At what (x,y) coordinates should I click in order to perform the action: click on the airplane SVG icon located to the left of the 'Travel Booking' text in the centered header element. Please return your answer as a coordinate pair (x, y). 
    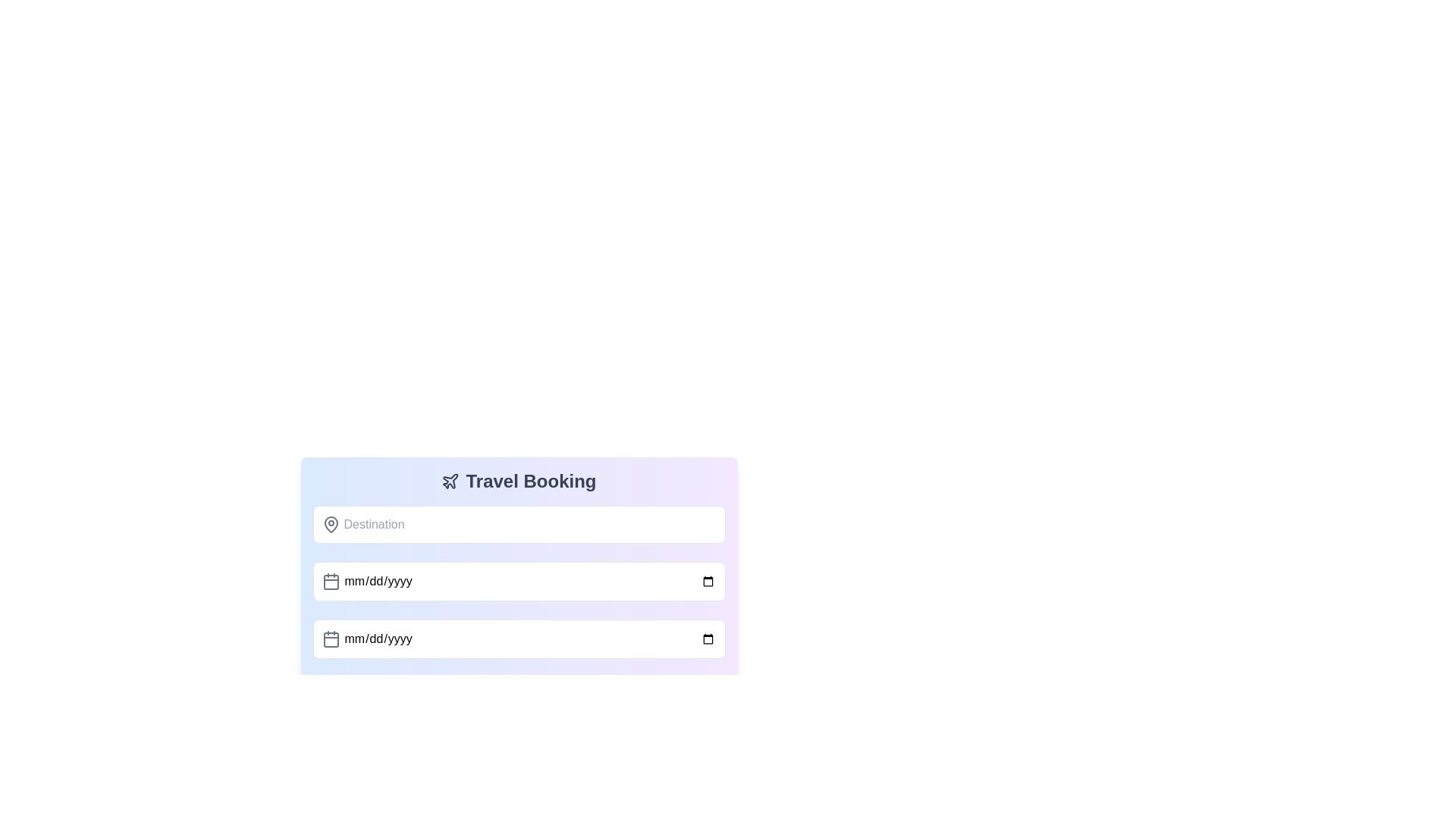
    Looking at the image, I should click on (450, 482).